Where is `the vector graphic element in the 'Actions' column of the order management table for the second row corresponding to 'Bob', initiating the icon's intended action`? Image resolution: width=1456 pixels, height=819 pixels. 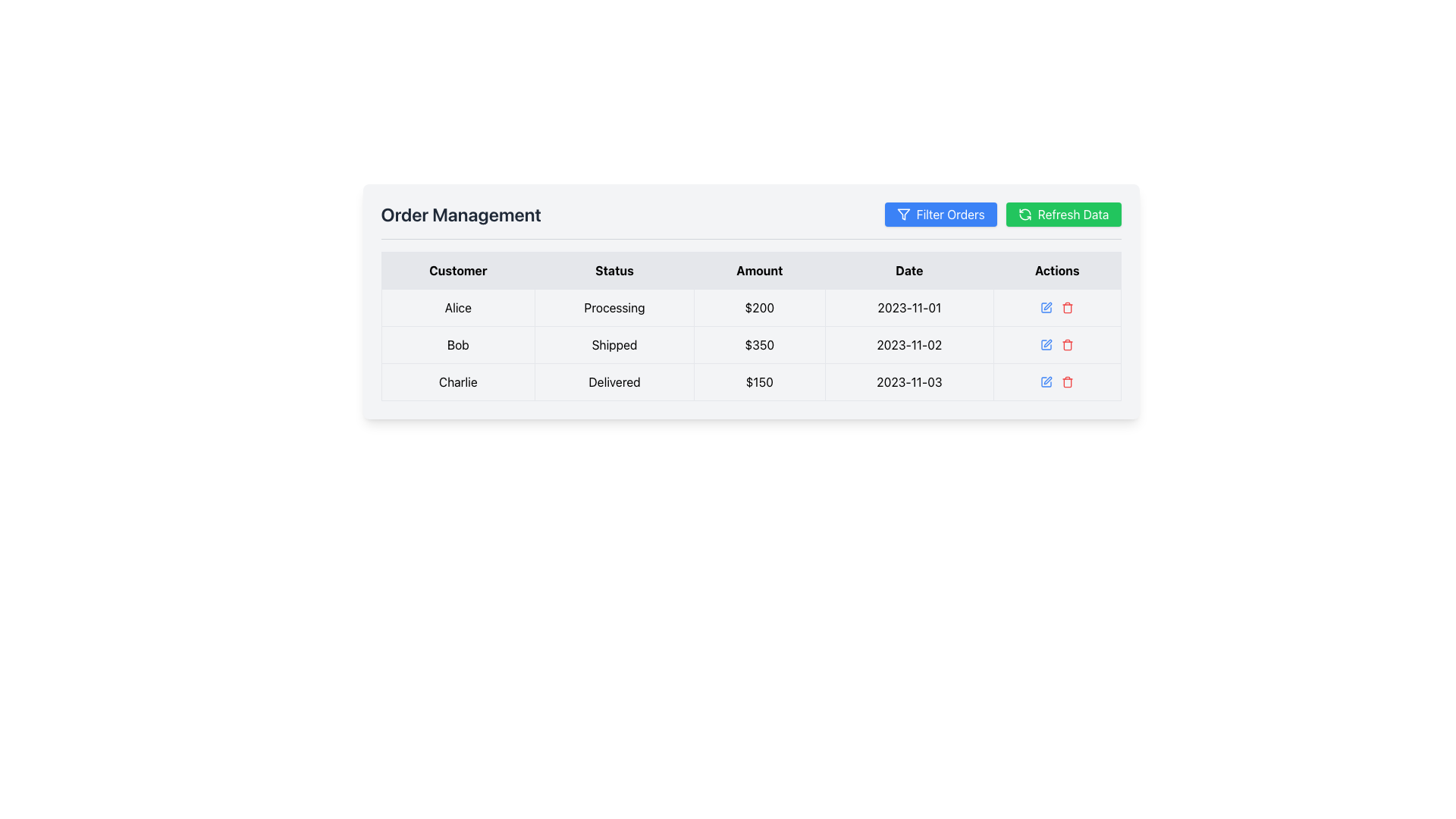 the vector graphic element in the 'Actions' column of the order management table for the second row corresponding to 'Bob', initiating the icon's intended action is located at coordinates (1046, 345).